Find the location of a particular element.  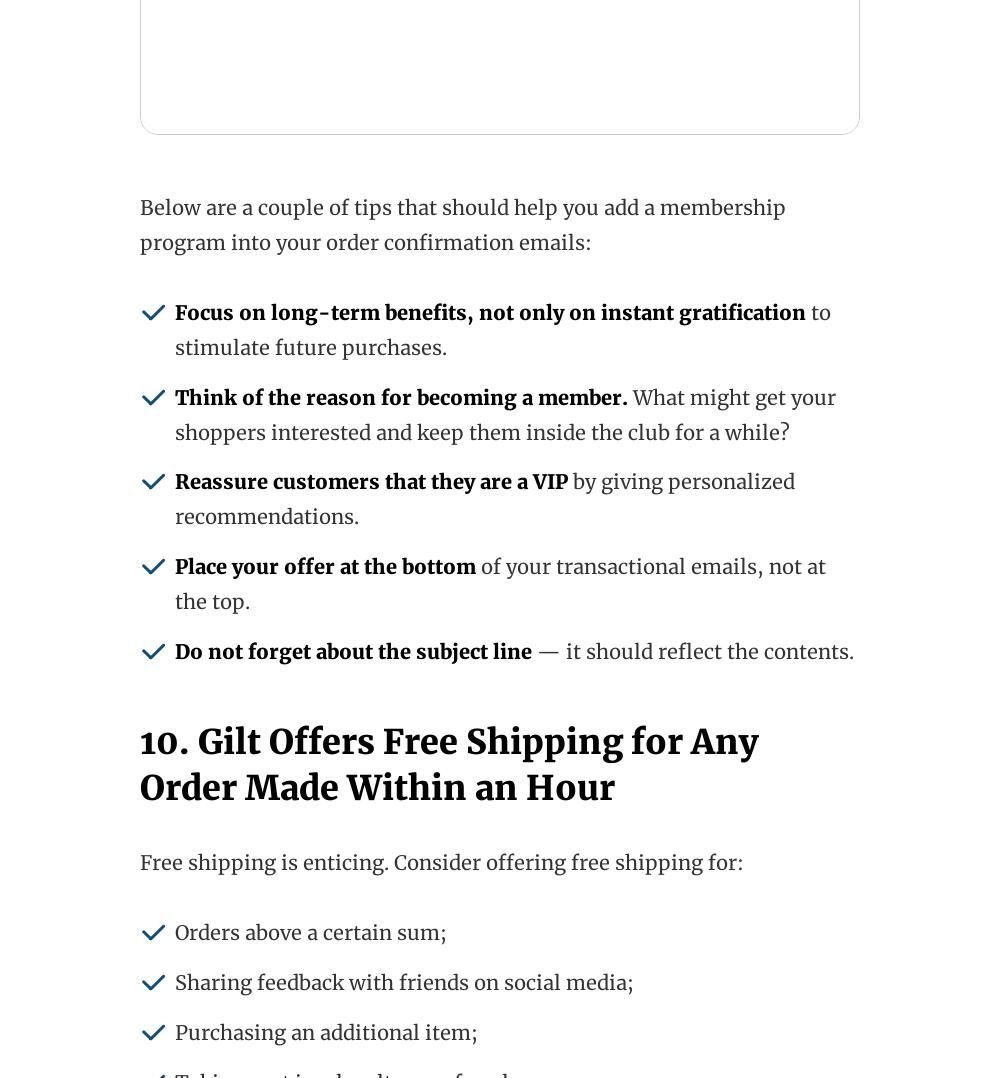

'Below are a couple of tips that should help you add a membership program into your order confirmation emails:' is located at coordinates (462, 224).